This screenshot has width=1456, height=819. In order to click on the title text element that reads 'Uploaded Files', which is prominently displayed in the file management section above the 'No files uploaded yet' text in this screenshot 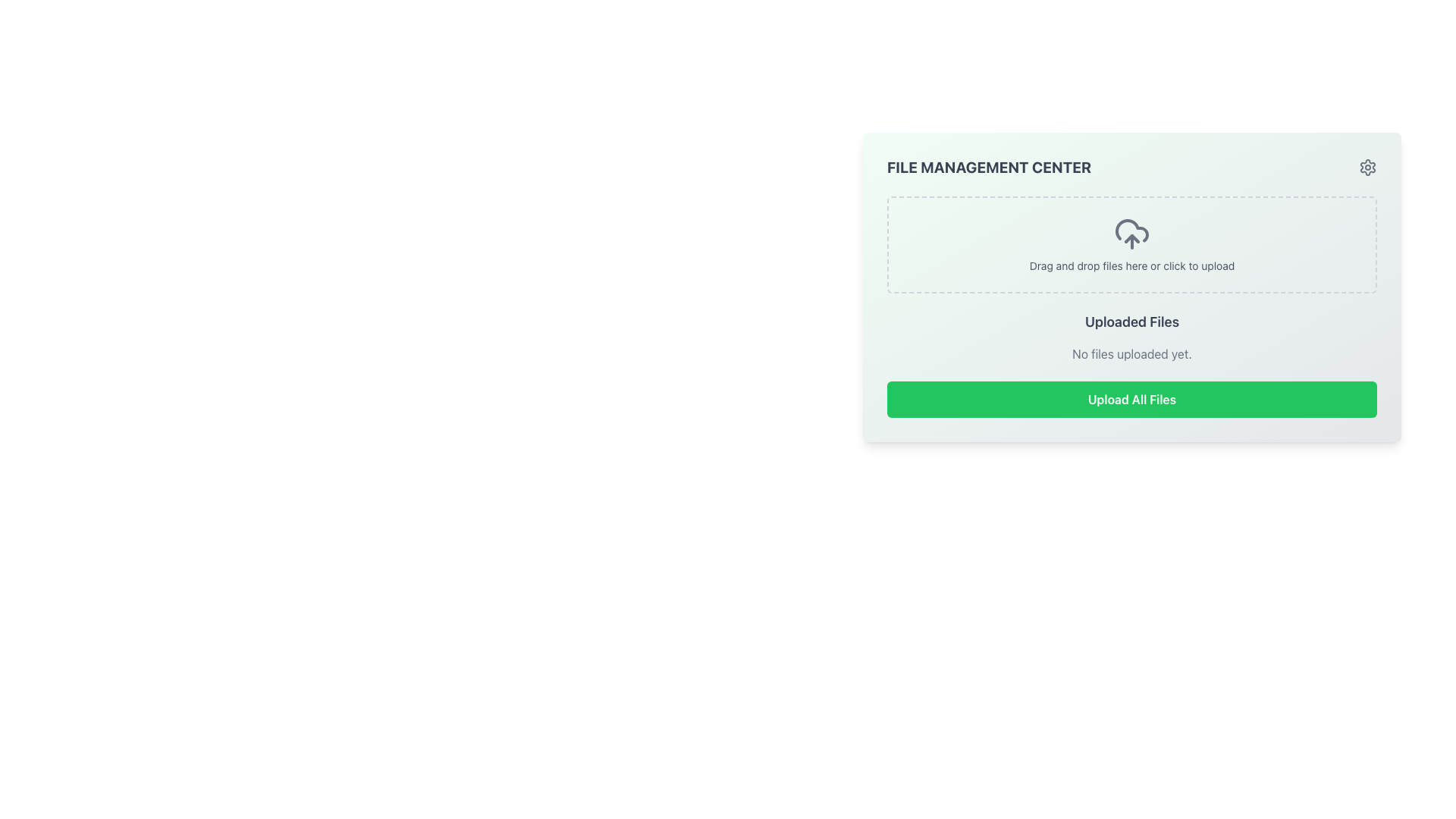, I will do `click(1131, 321)`.